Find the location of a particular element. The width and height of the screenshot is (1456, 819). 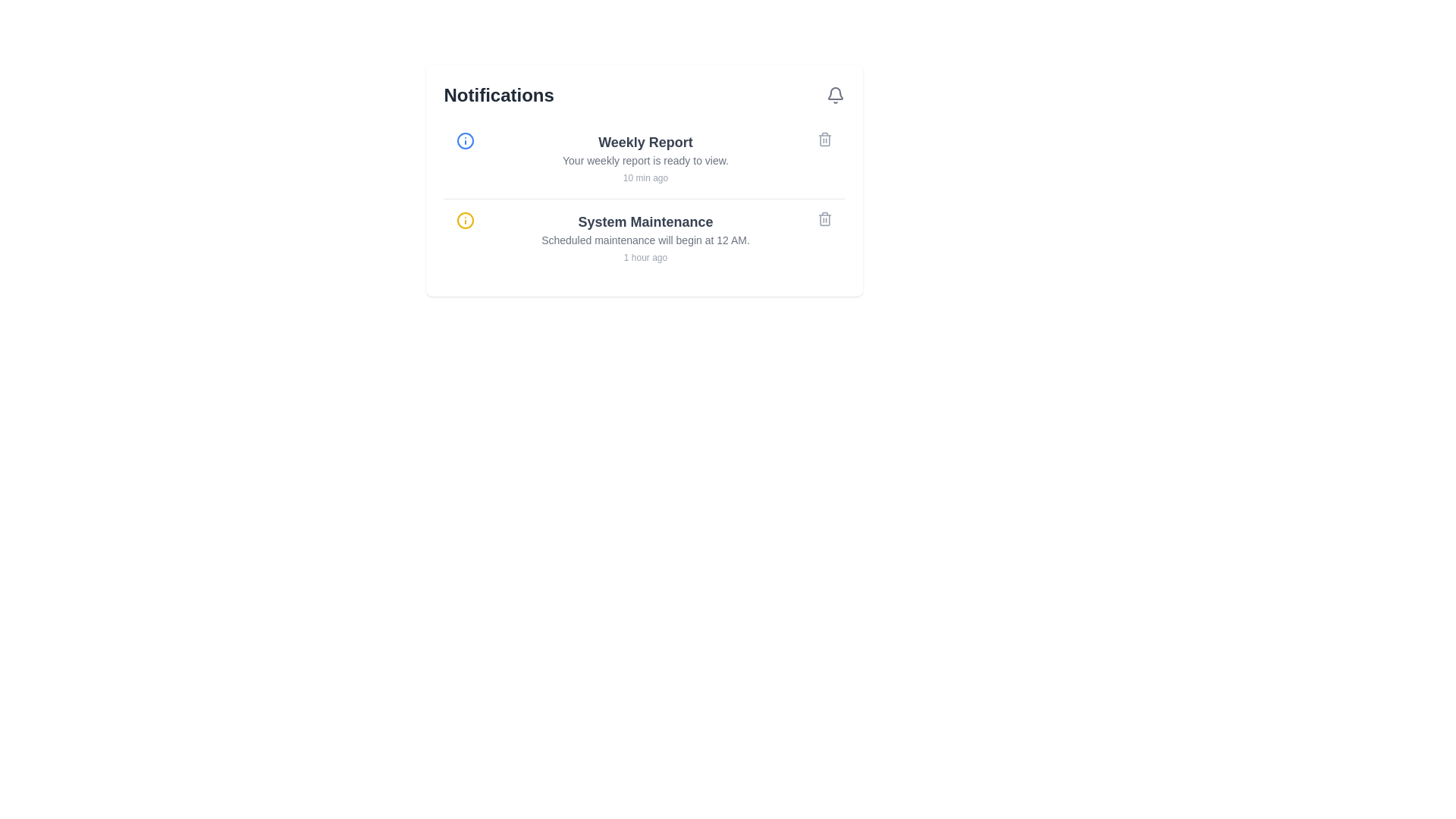

the prominent gray bell-shaped icon located at the top-right corner of the Notification section is located at coordinates (834, 96).